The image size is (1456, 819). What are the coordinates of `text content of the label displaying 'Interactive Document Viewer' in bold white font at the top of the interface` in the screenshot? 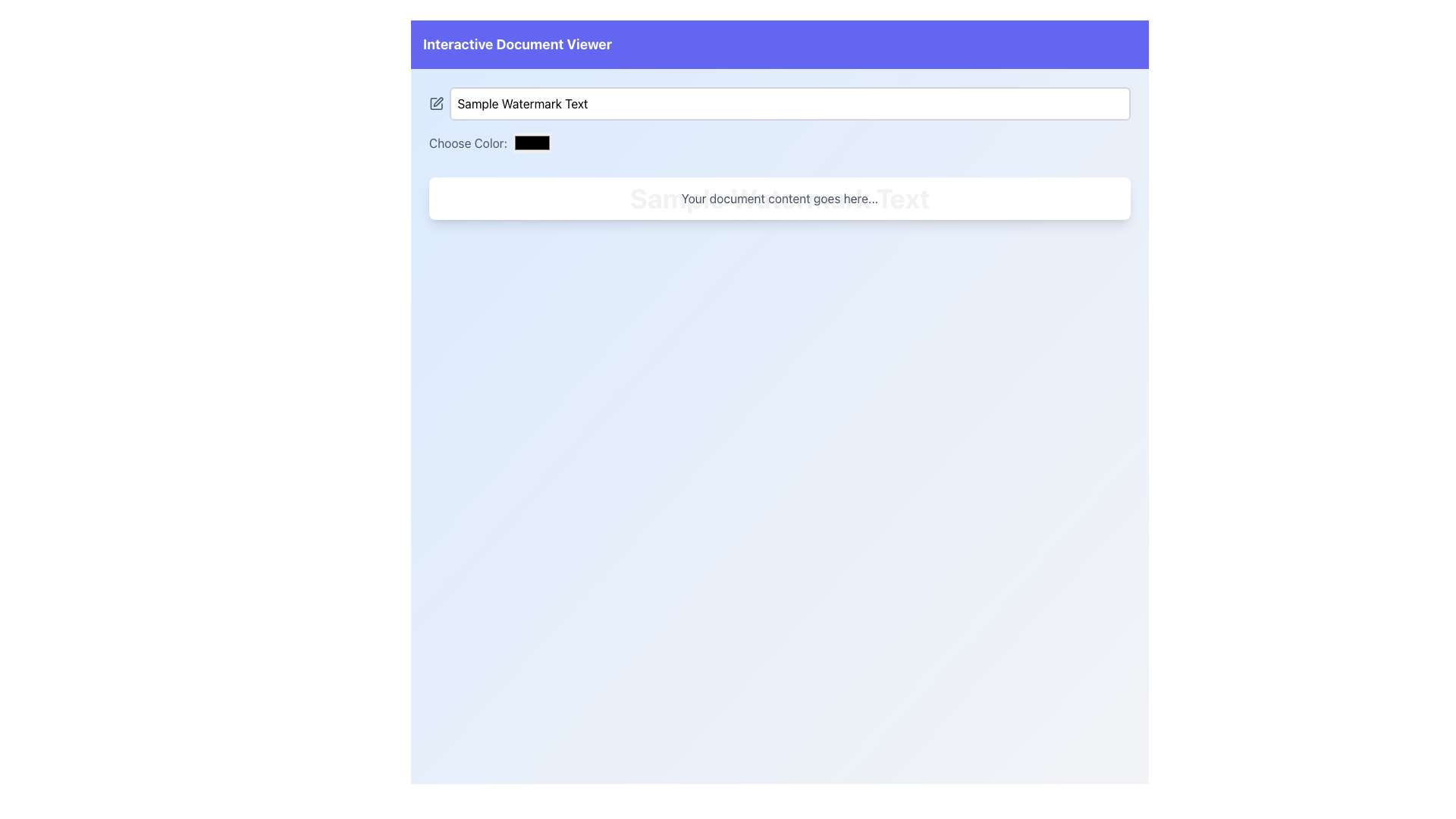 It's located at (517, 43).